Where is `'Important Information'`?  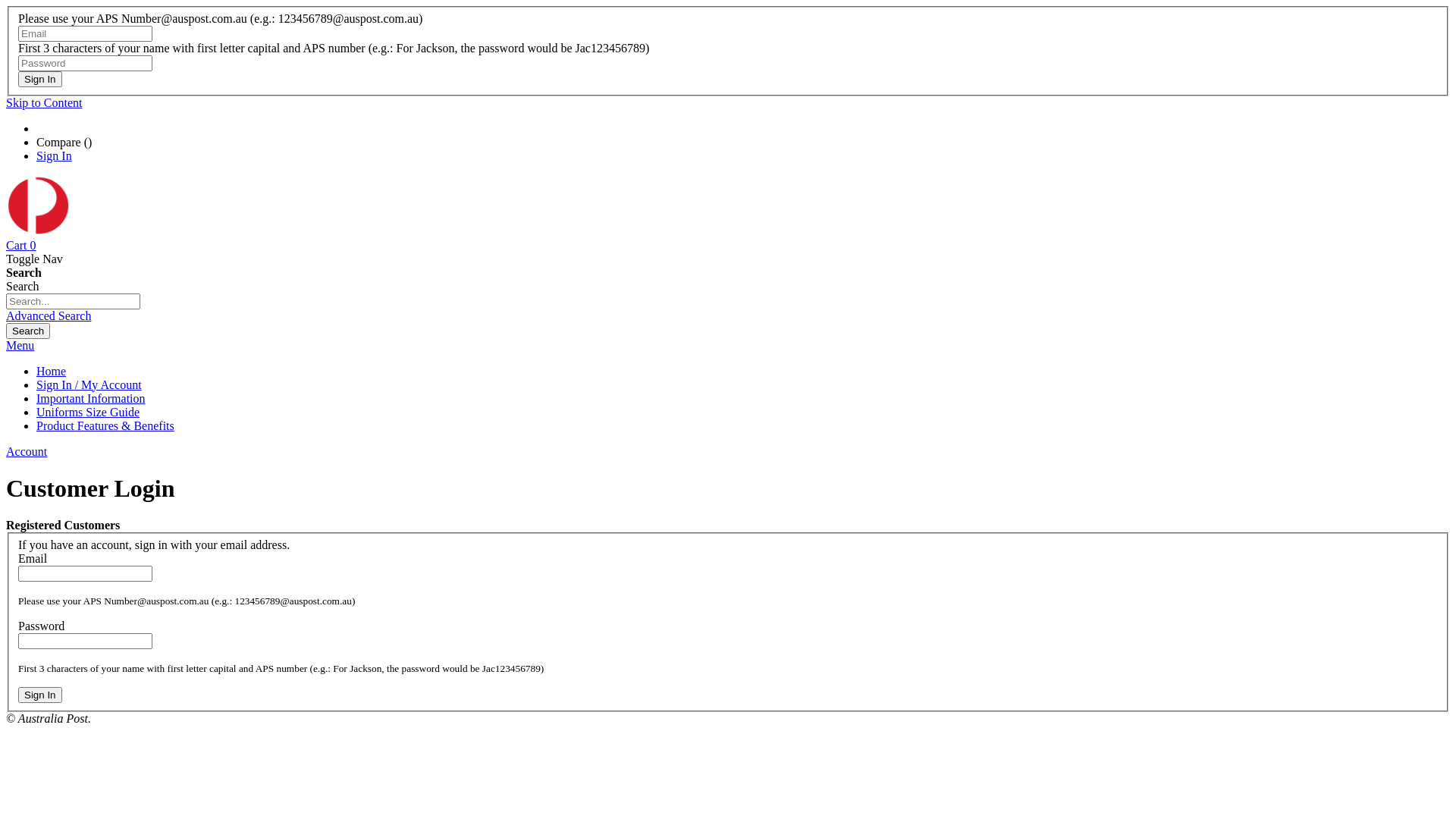
'Important Information' is located at coordinates (90, 397).